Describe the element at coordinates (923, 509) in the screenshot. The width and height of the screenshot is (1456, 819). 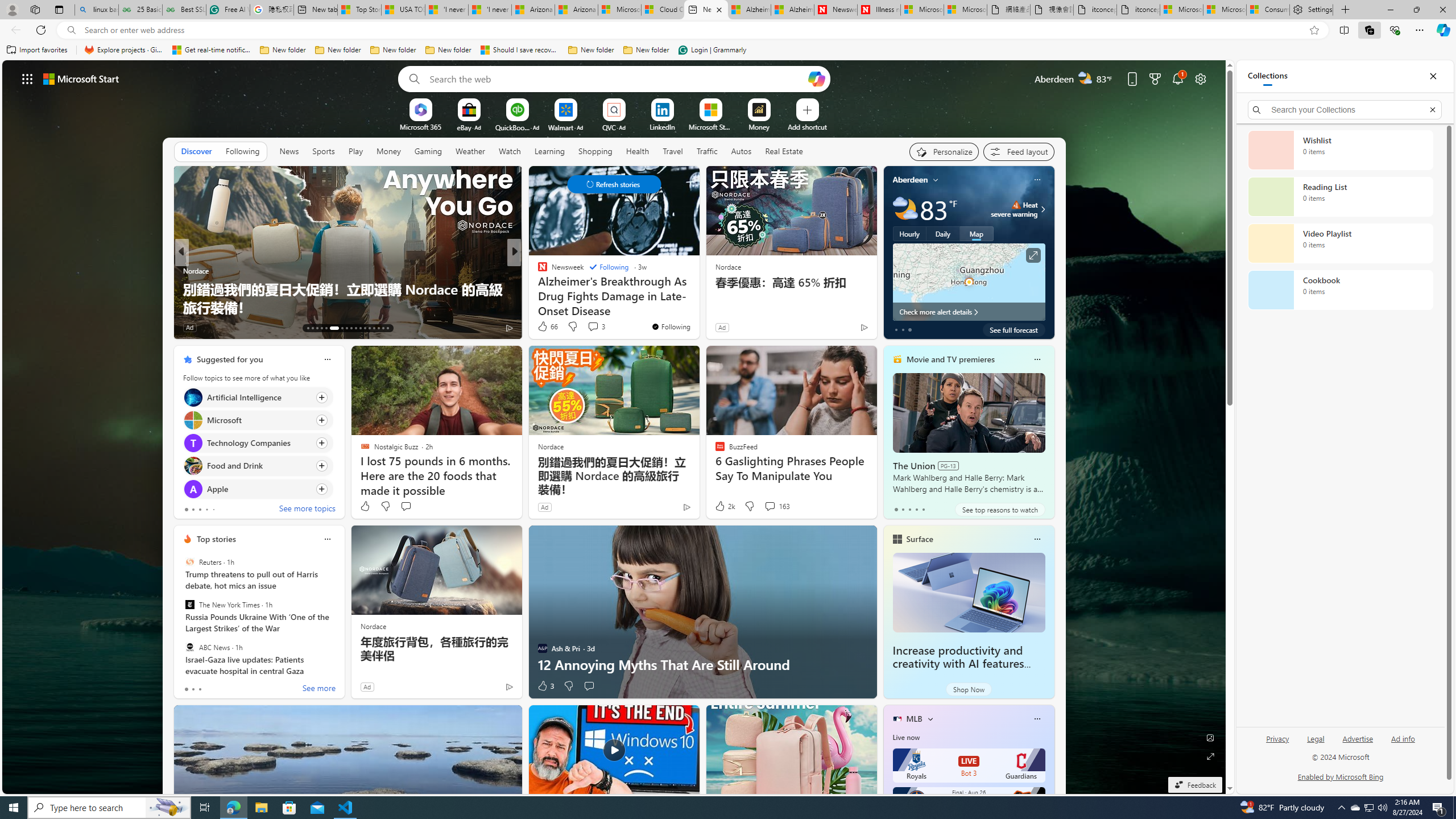
I see `'tab-4'` at that location.